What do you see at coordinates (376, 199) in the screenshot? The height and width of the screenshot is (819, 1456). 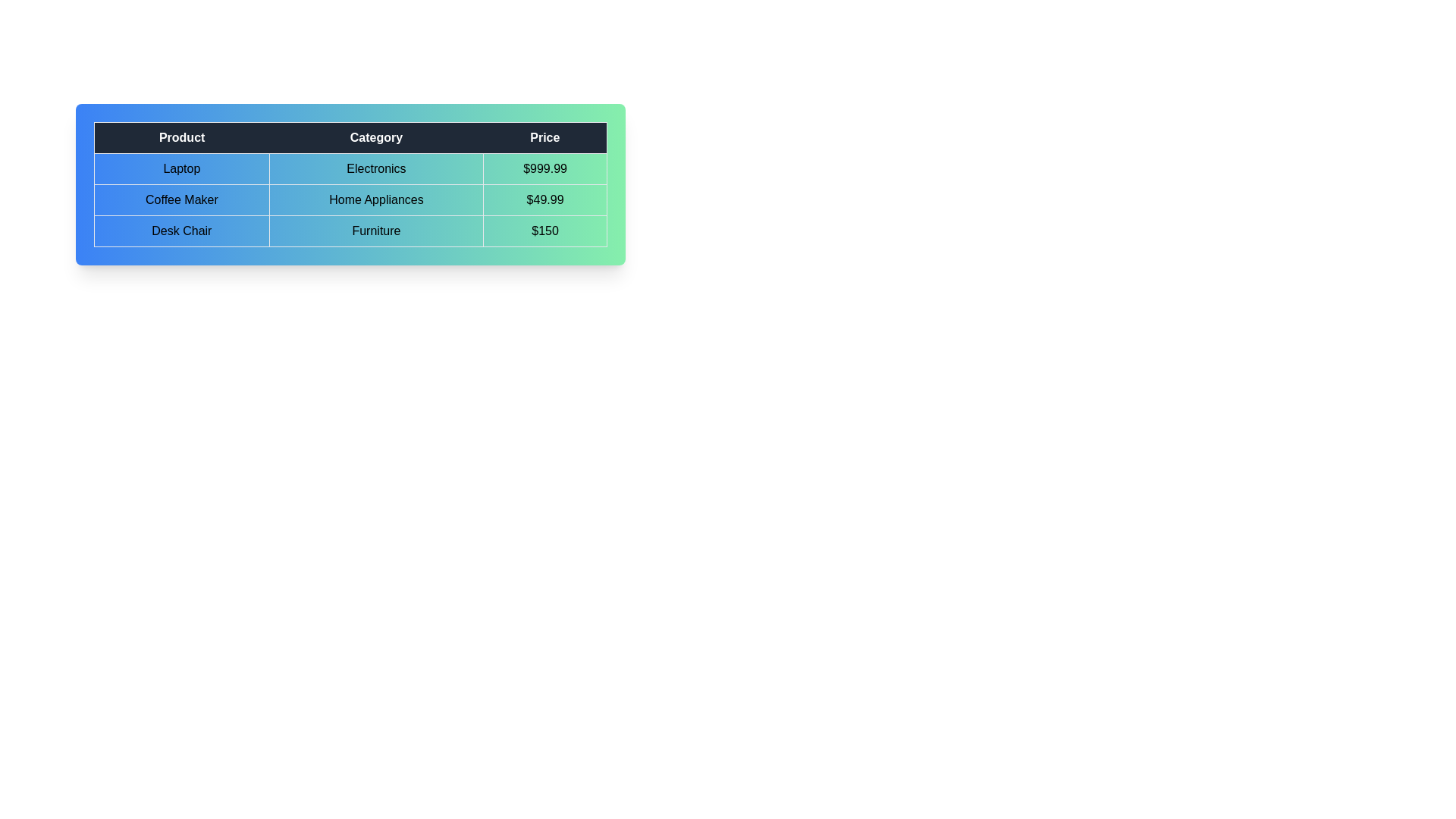 I see `text of the category label located in the second row under the 'Category' column, next to 'Coffee Maker' and '$49.99'` at bounding box center [376, 199].